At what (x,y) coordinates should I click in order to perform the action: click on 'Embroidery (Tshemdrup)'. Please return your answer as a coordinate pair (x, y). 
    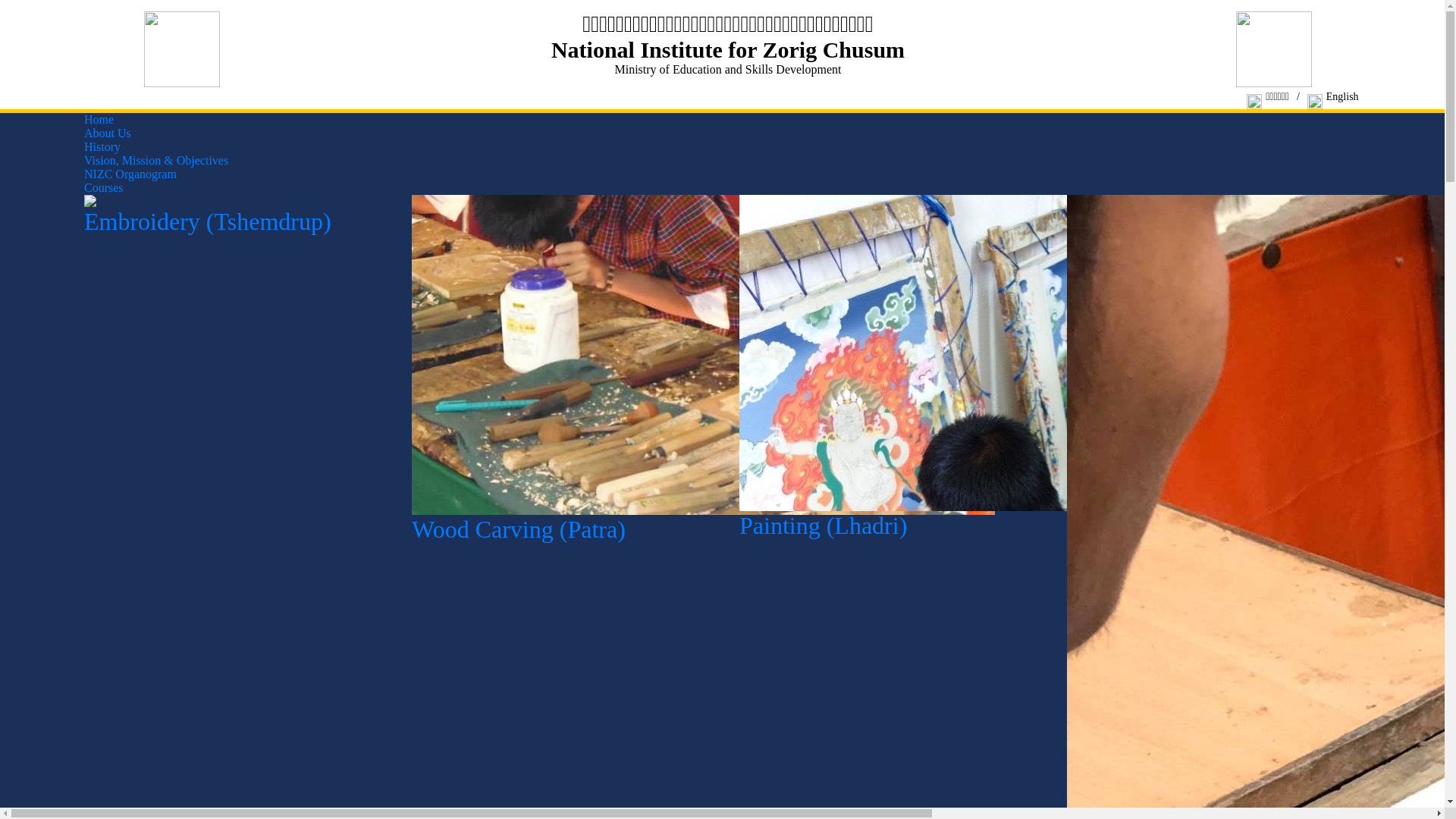
    Looking at the image, I should click on (236, 216).